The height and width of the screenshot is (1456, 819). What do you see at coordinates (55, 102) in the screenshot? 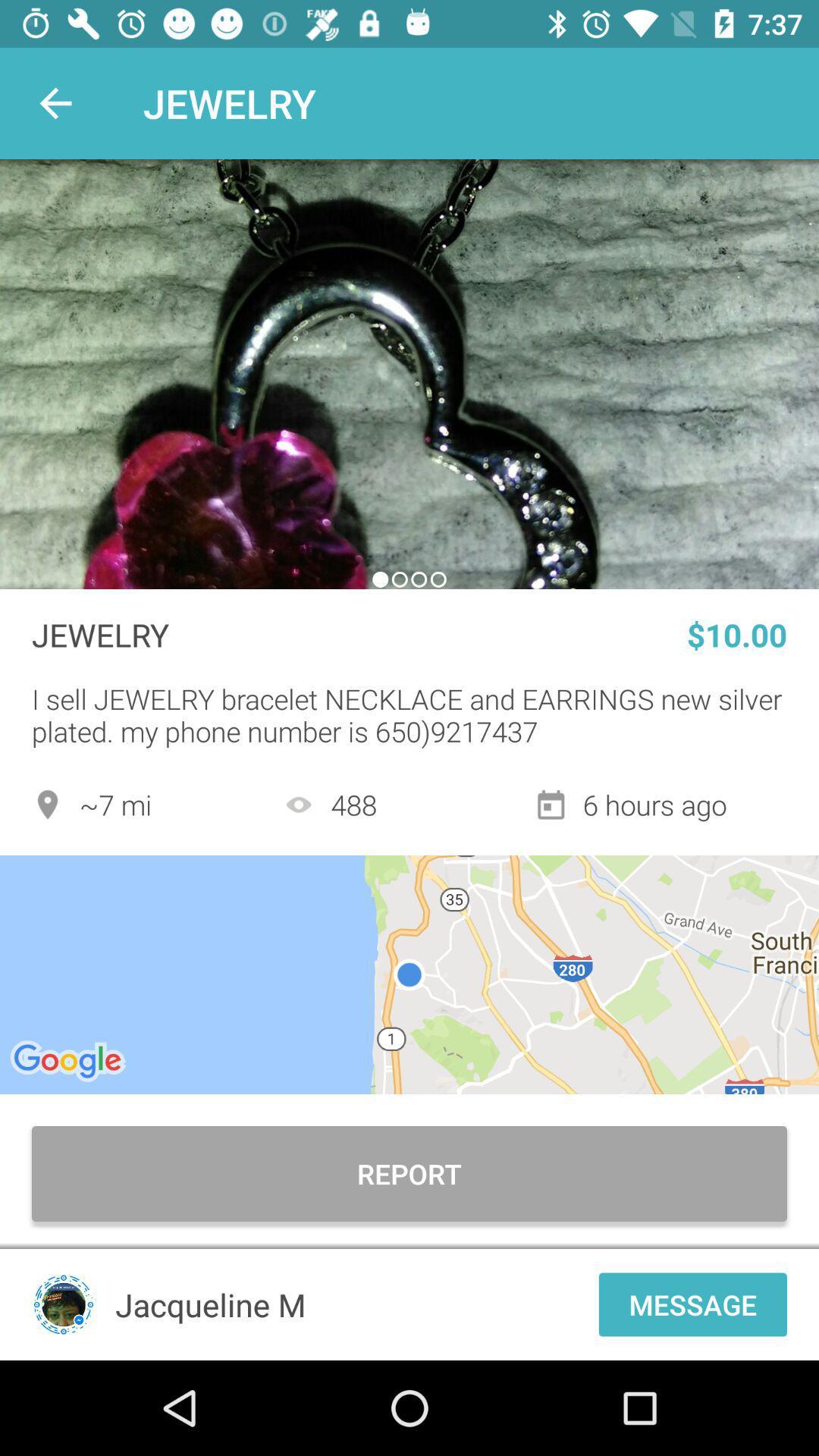
I see `item to the left of jewelry app` at bounding box center [55, 102].